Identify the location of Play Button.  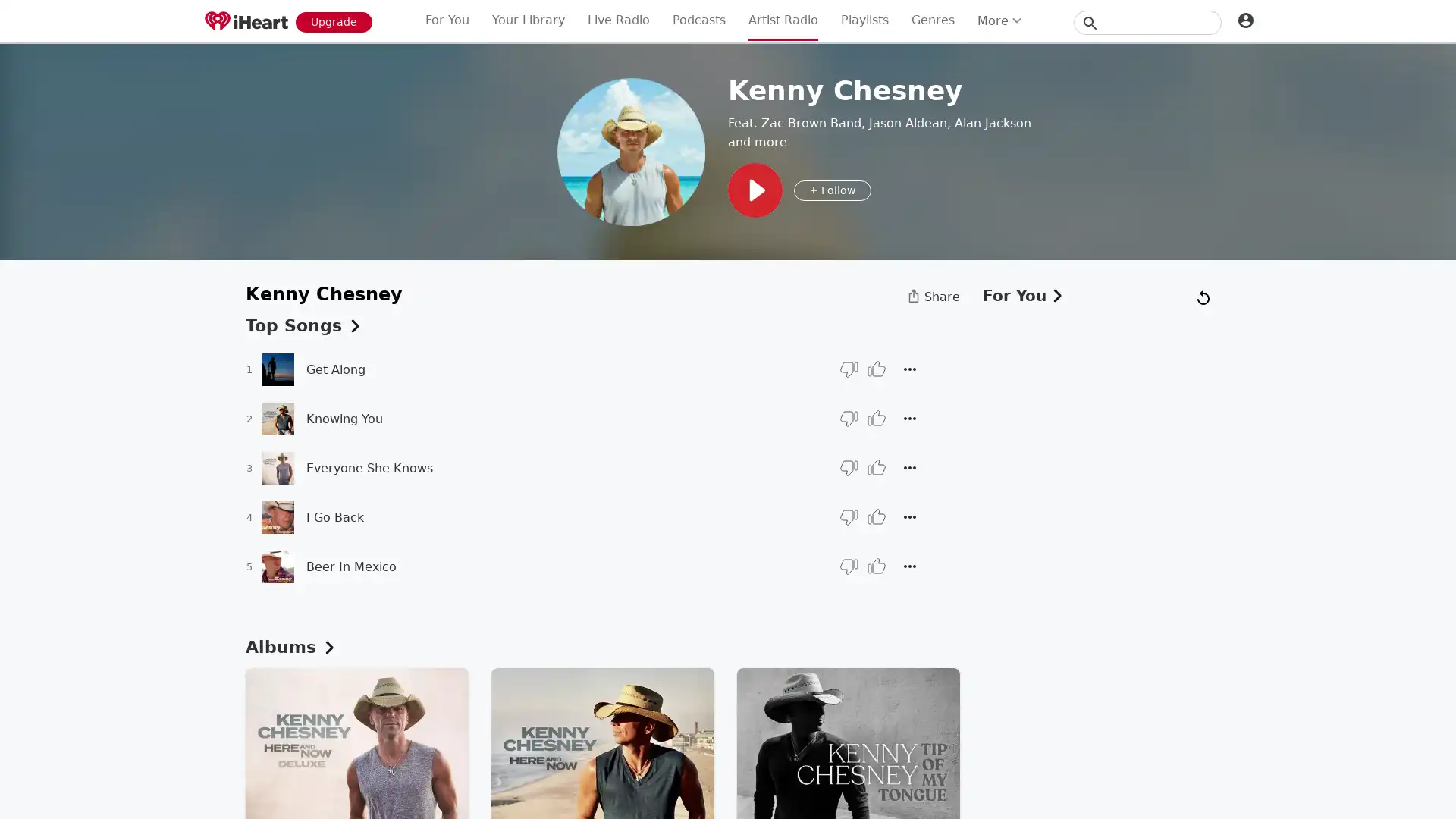
(724, 783).